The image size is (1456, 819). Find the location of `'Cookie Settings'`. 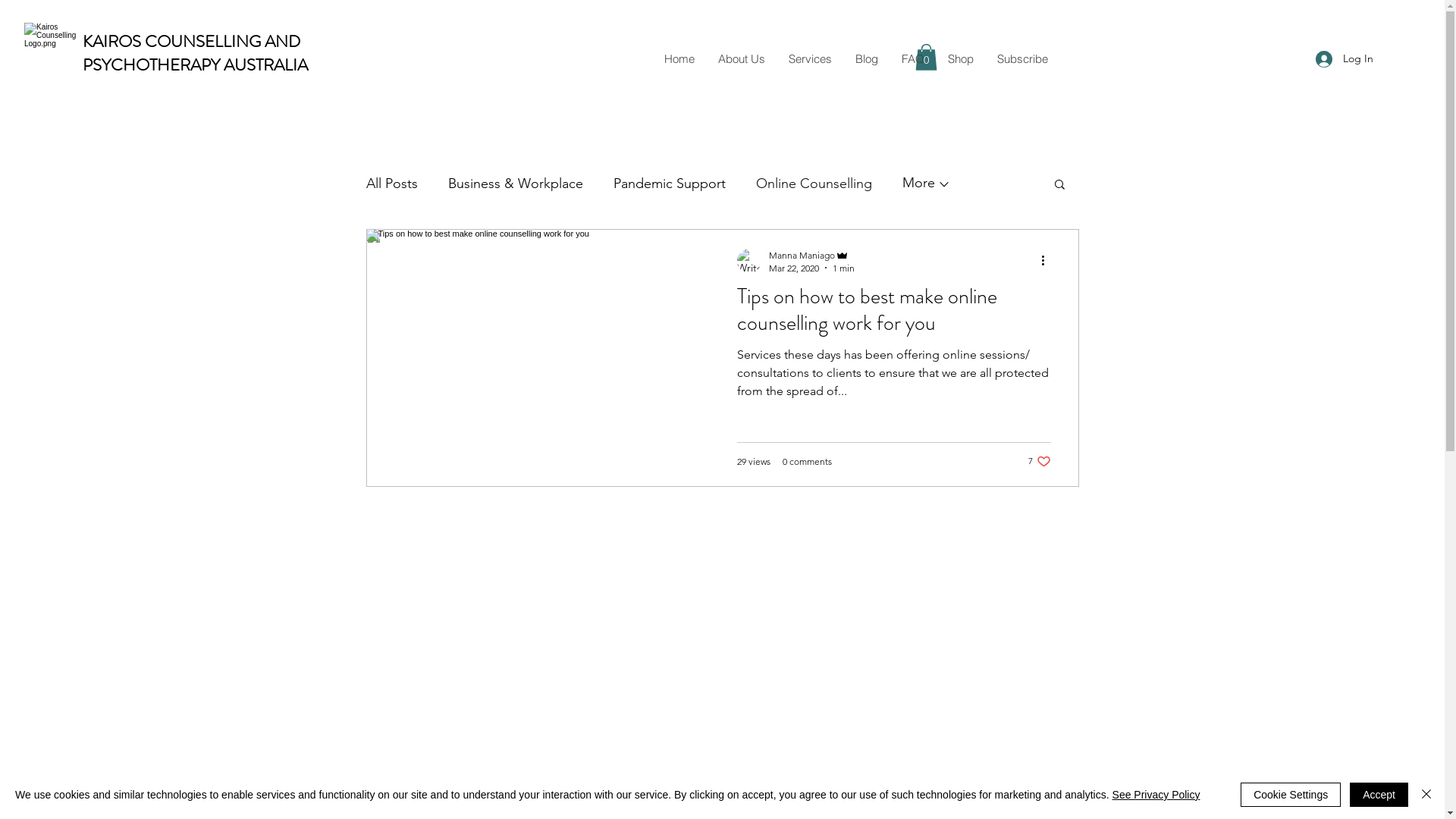

'Cookie Settings' is located at coordinates (1241, 794).